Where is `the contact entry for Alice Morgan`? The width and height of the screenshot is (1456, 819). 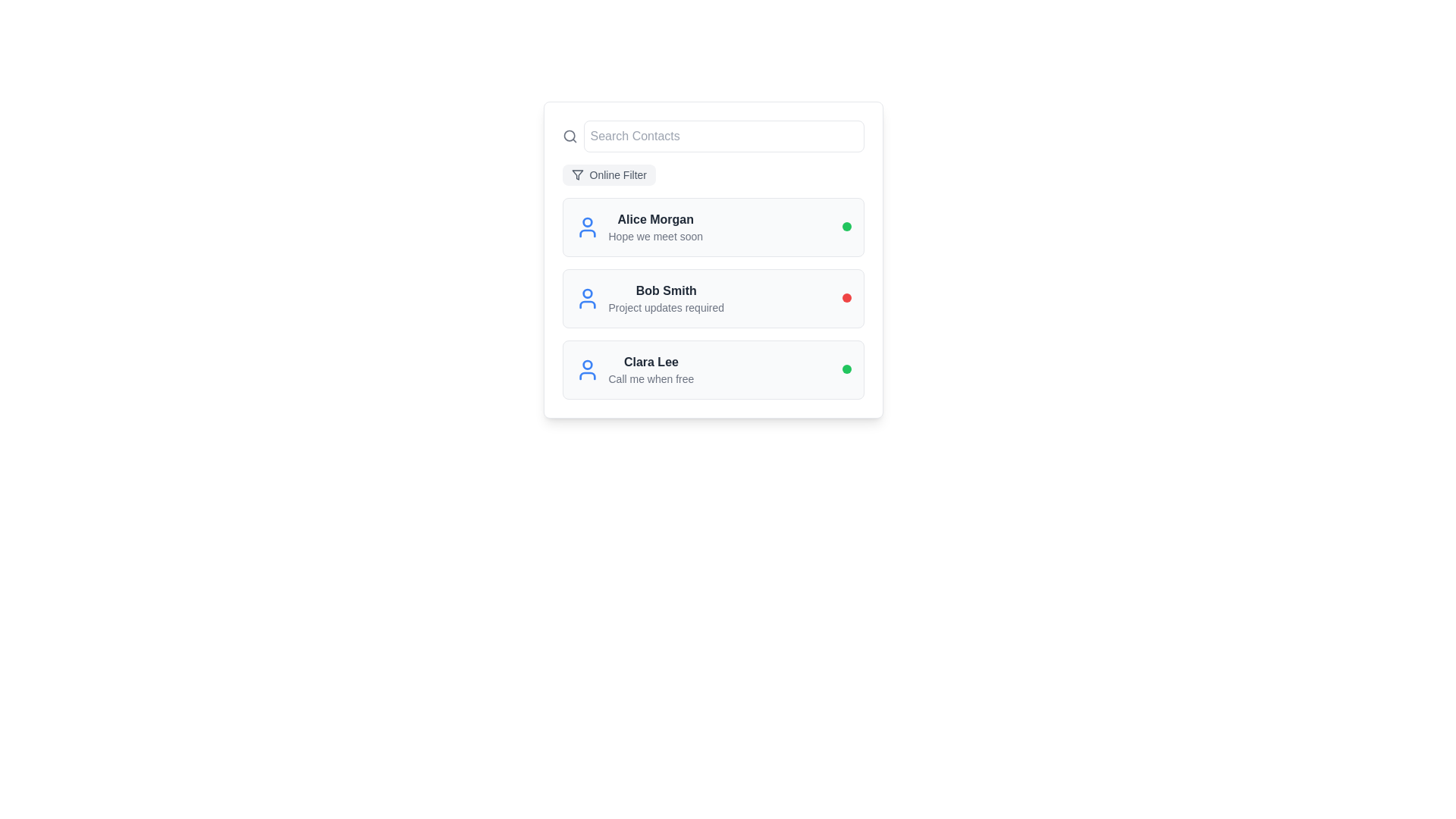 the contact entry for Alice Morgan is located at coordinates (639, 227).